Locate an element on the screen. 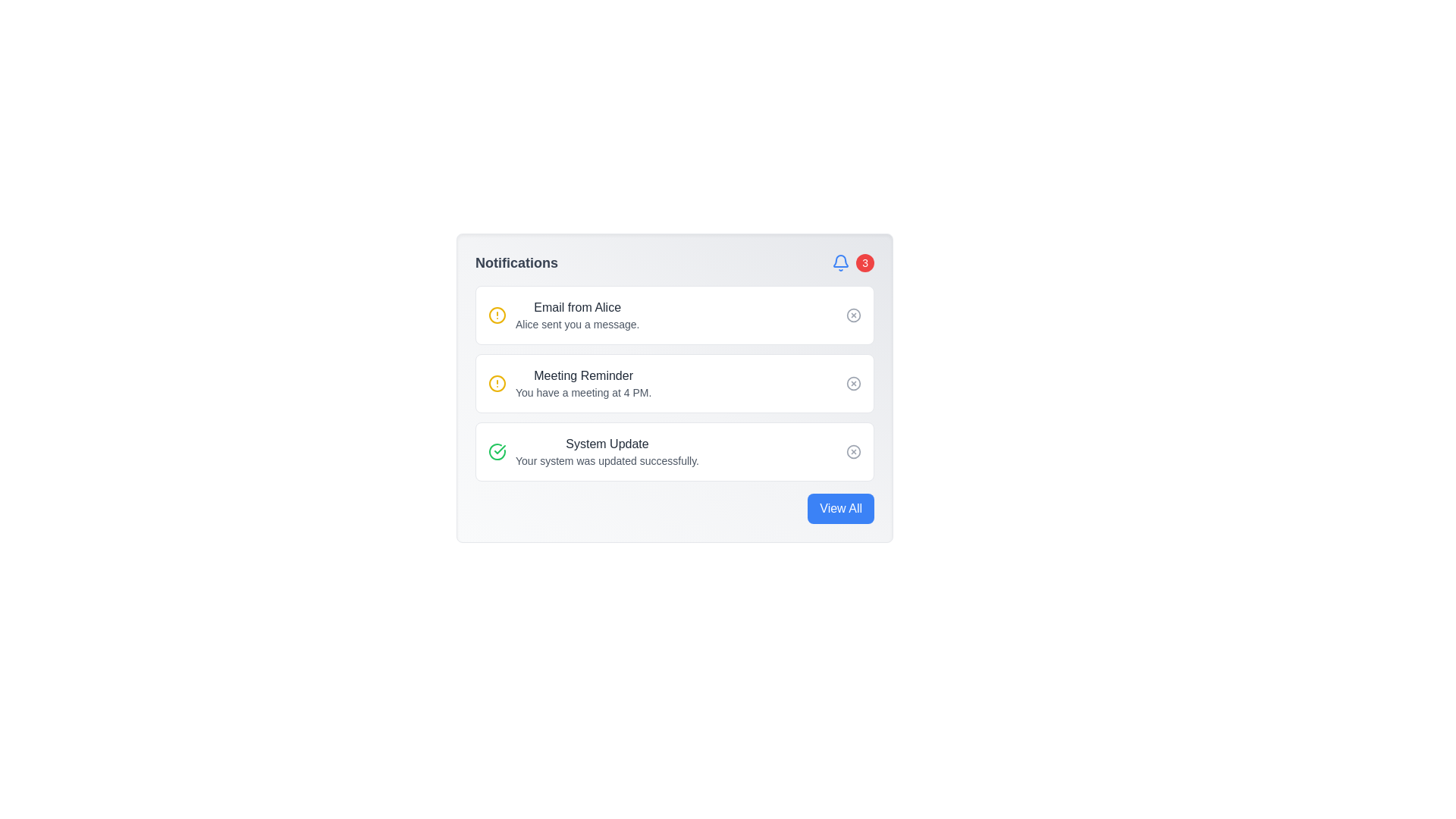 The image size is (1456, 819). the circular alert icon with a yellow fill and exclamation mark, located to the left of the 'Meeting Reminder' text in the second notification entry is located at coordinates (497, 382).